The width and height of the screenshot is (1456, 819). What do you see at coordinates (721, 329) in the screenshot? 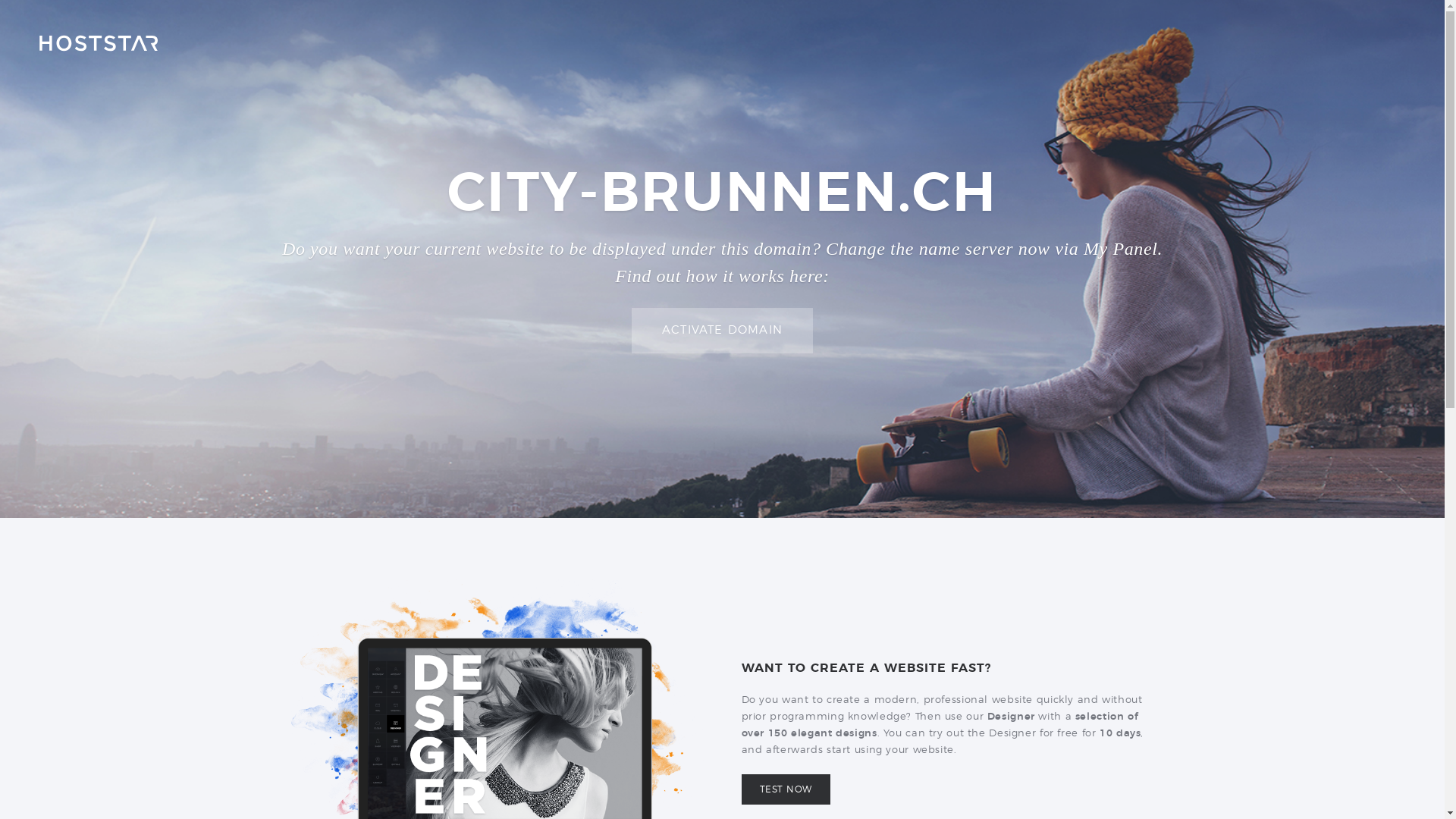
I see `'ACTIVATE DOMAIN'` at bounding box center [721, 329].